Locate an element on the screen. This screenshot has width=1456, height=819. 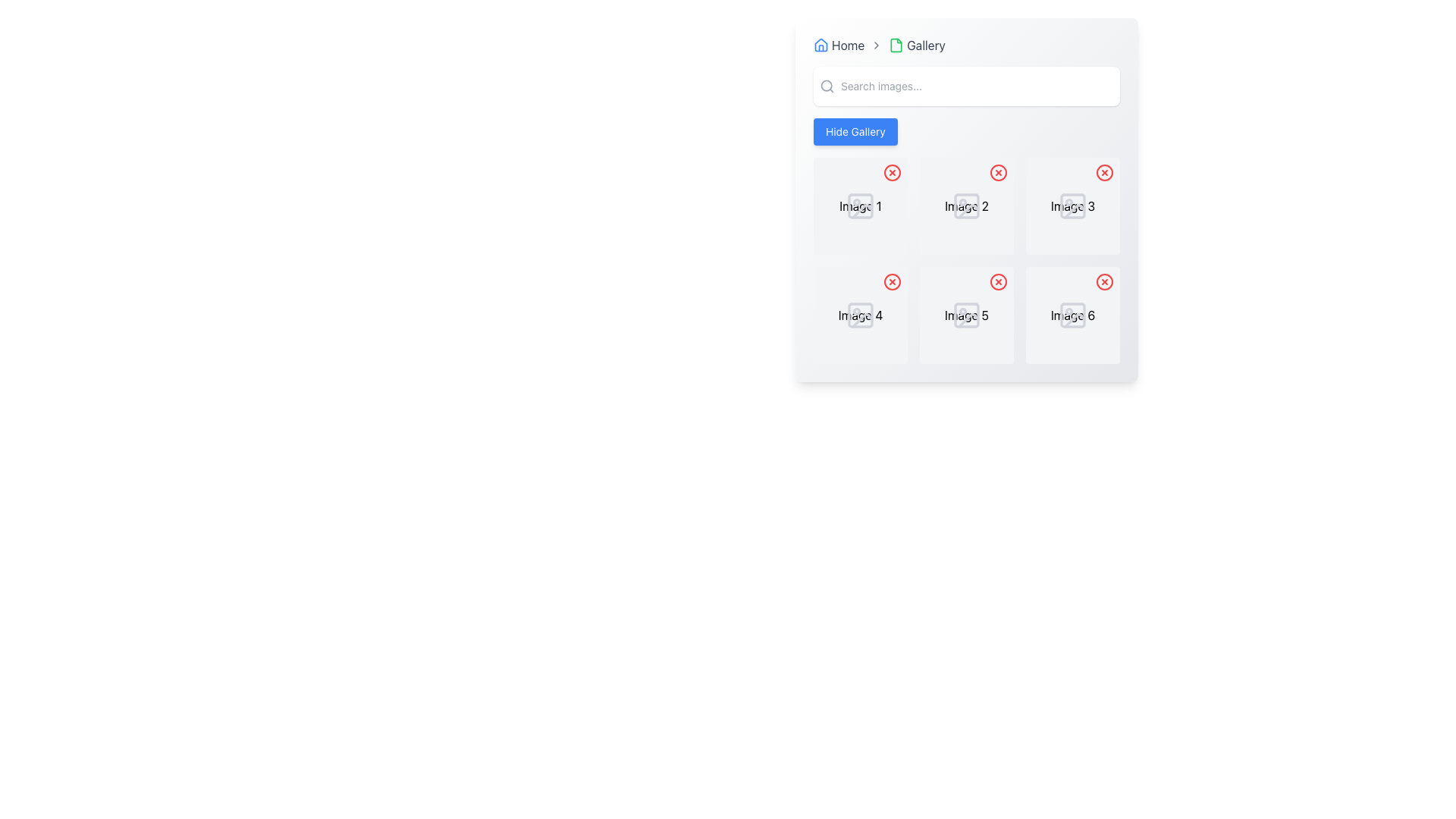
the search icon located at the leftmost side of the header section is located at coordinates (826, 86).